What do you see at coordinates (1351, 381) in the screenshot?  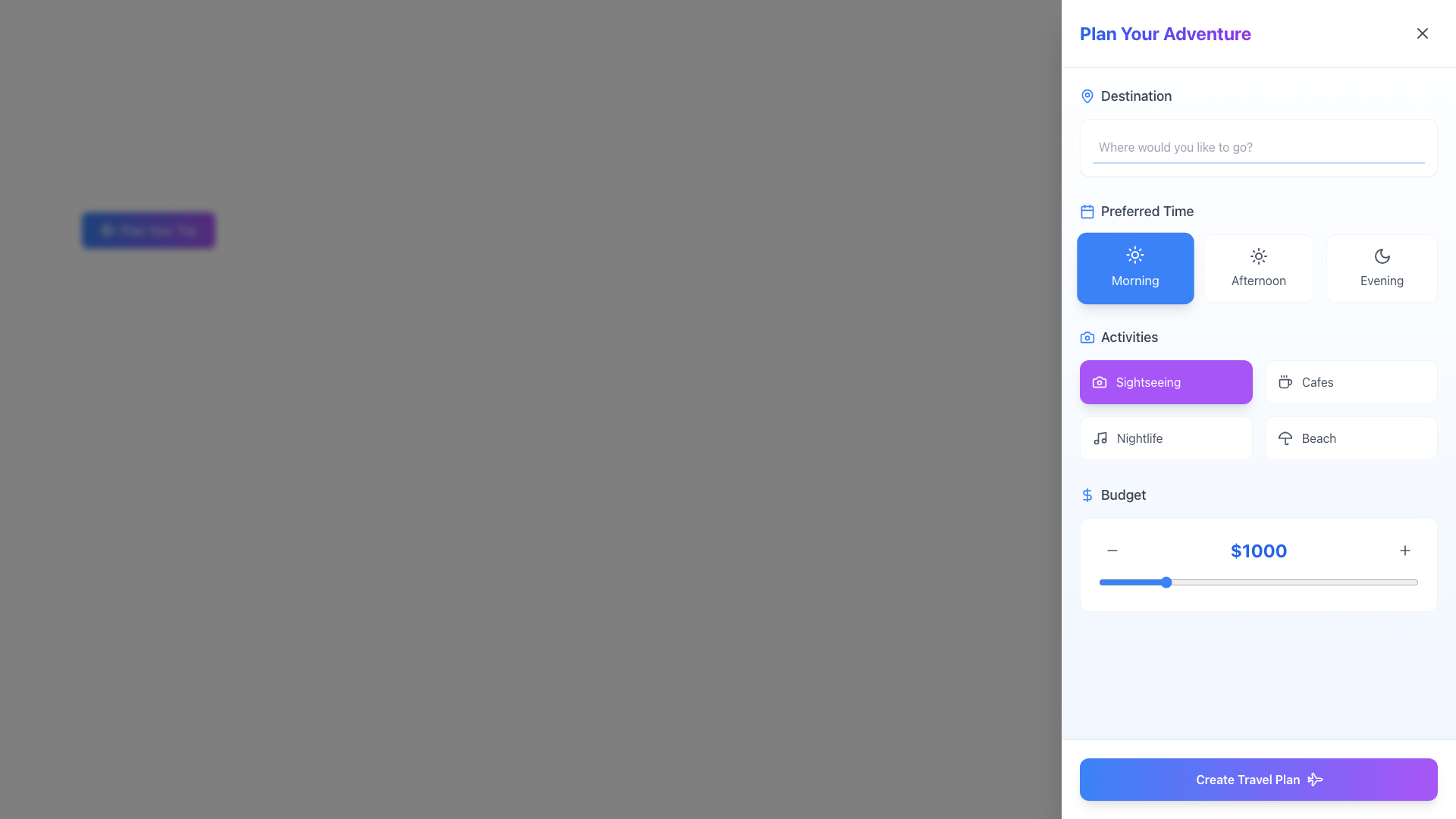 I see `the 'Cafes' button, which is the second item in the horizontally arranged list of activities` at bounding box center [1351, 381].